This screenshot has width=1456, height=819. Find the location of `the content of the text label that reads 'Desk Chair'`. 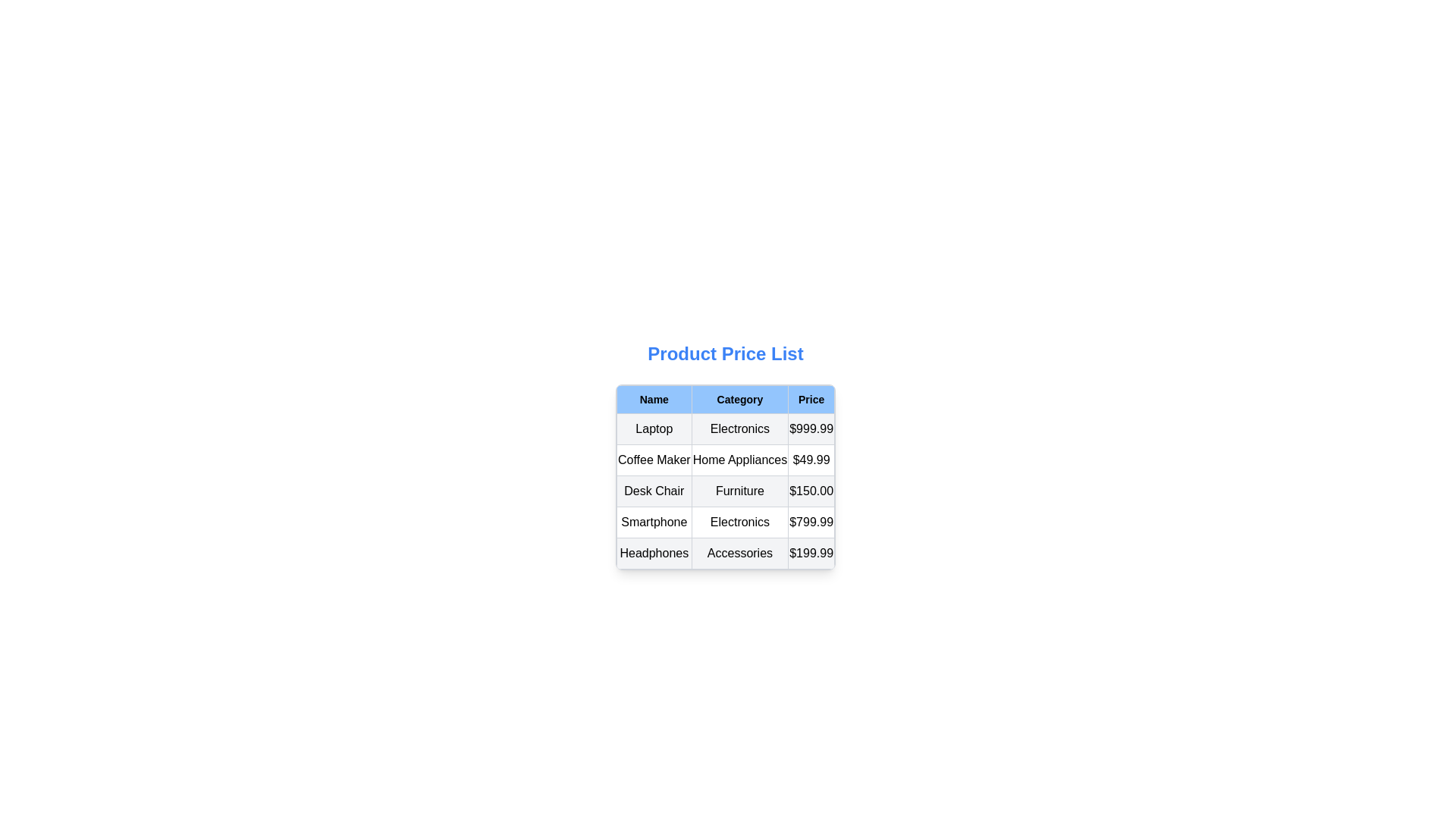

the content of the text label that reads 'Desk Chair' is located at coordinates (654, 491).